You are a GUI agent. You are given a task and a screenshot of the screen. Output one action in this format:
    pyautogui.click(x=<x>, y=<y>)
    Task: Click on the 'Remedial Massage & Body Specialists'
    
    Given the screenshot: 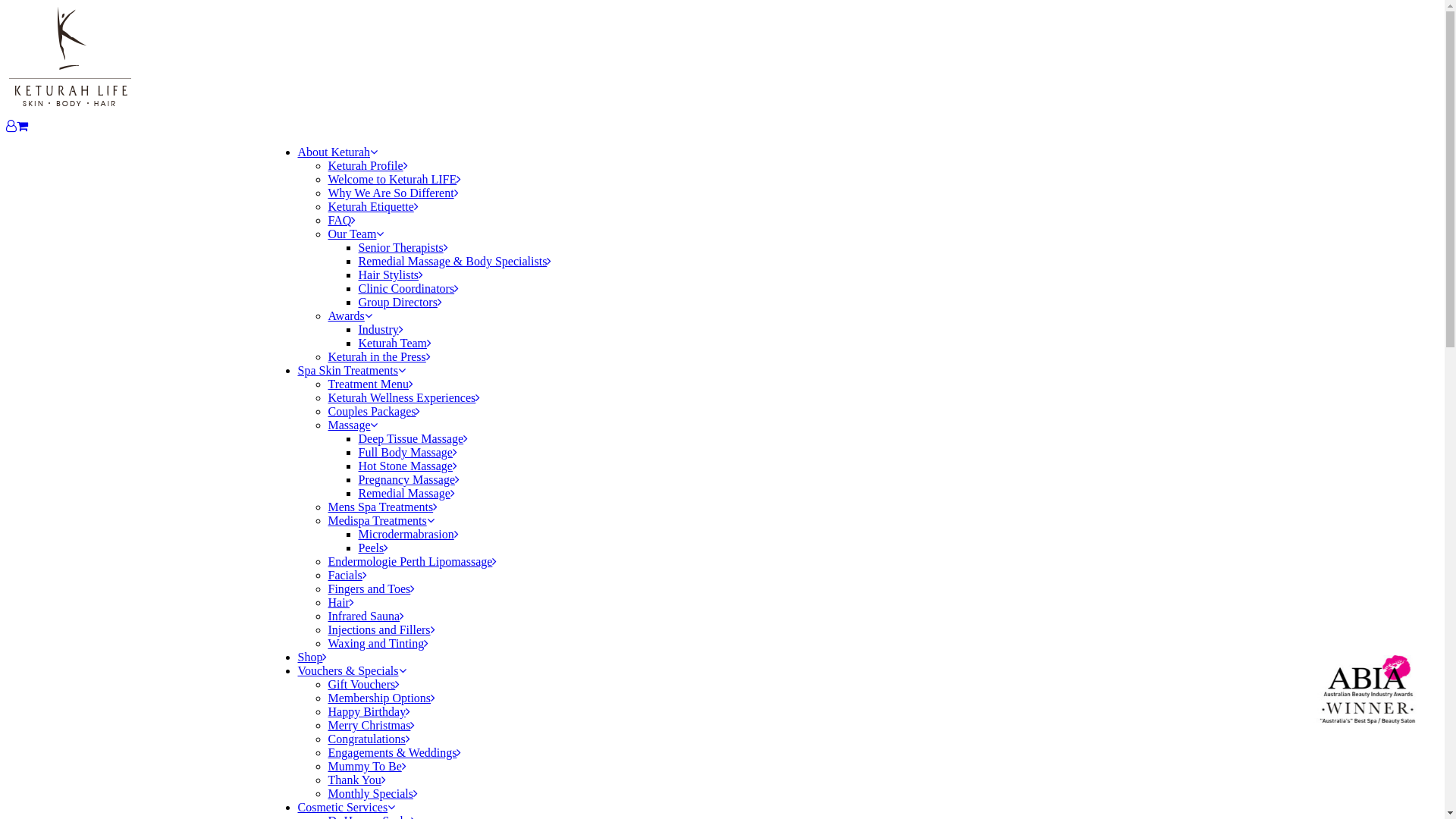 What is the action you would take?
    pyautogui.click(x=453, y=260)
    